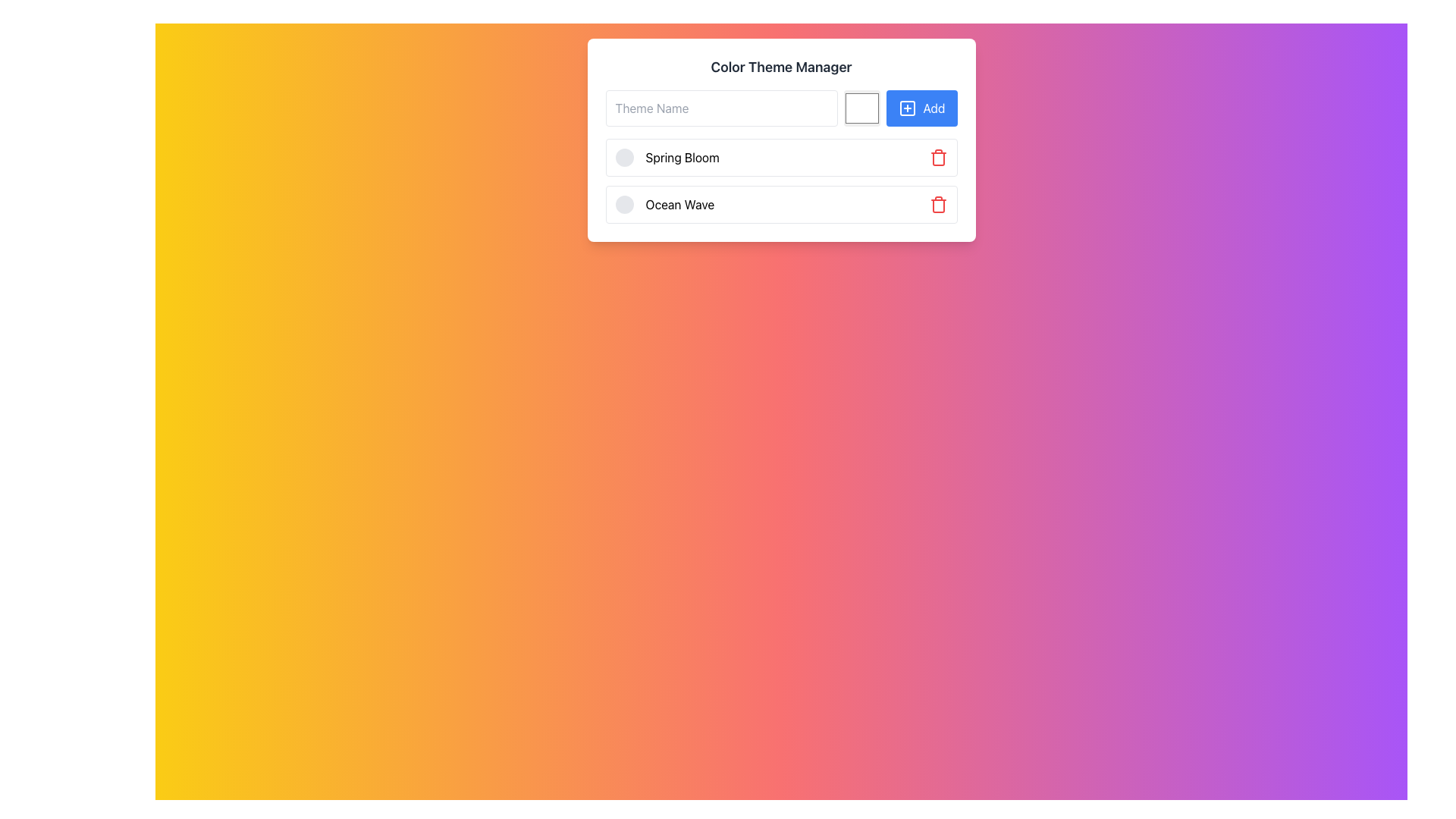  Describe the element at coordinates (781, 158) in the screenshot. I see `the center of the first color theme item in the Color Theme Manager` at that location.